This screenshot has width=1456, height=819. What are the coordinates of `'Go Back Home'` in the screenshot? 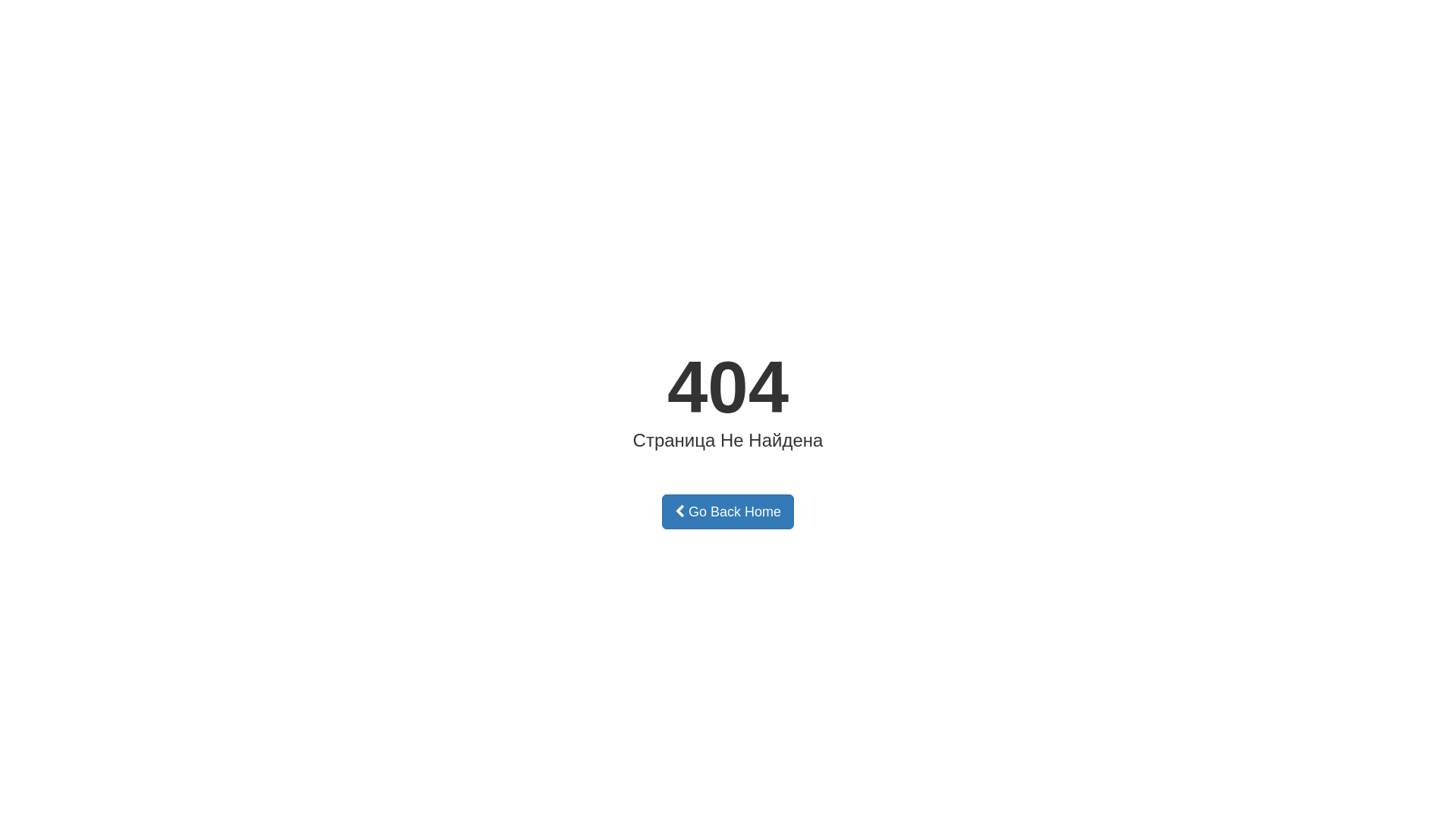 It's located at (728, 512).